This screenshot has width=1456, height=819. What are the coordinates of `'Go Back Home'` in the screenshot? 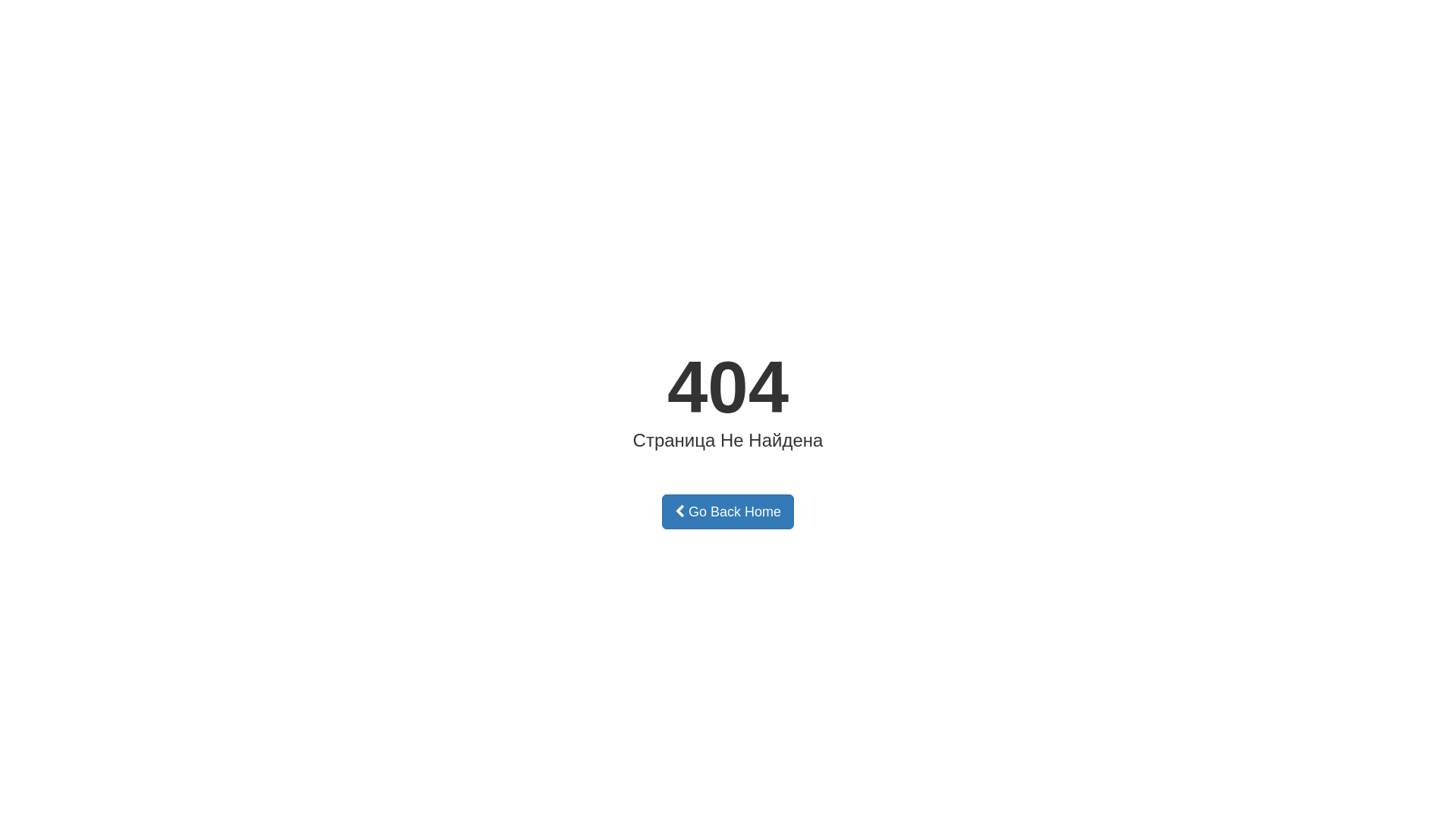 It's located at (728, 512).